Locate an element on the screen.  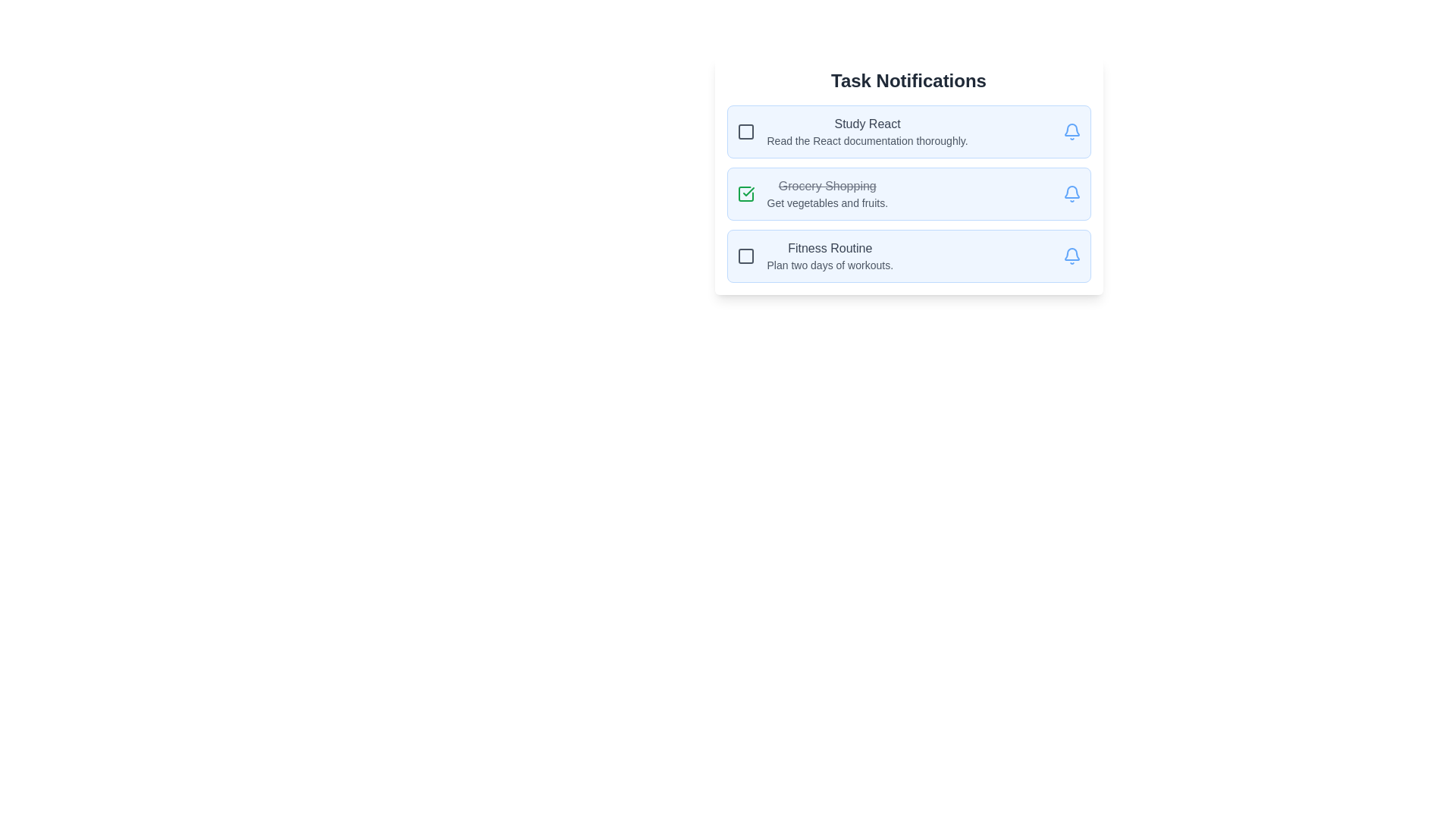
the text label that serves as the title for a task related to studying React, located at the top of the task notification list is located at coordinates (868, 124).